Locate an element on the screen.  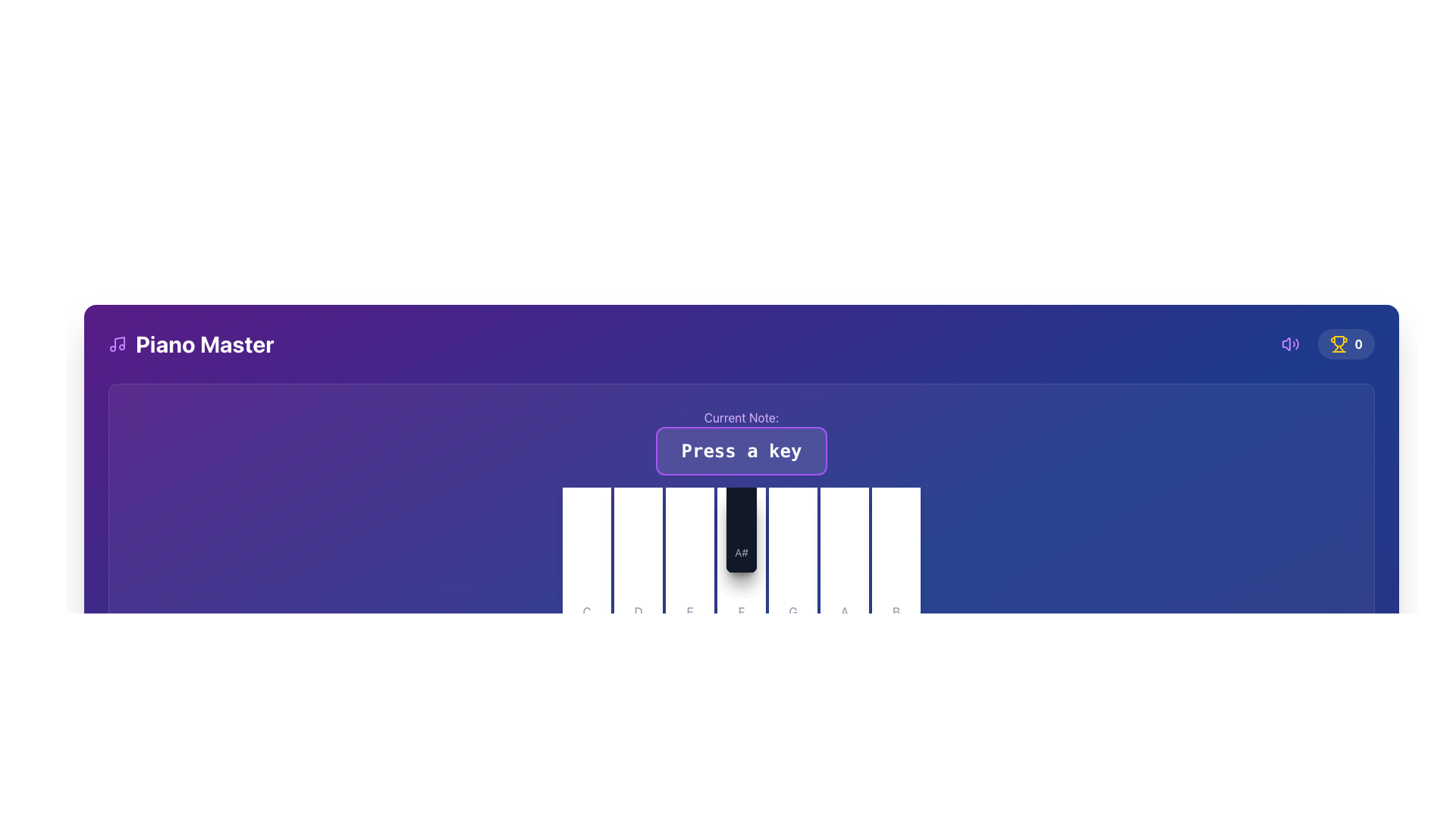
the Score display component, which features a yellow trophy icon and bold white text '0', to access its linked functionality, such as viewing achievements is located at coordinates (1346, 344).